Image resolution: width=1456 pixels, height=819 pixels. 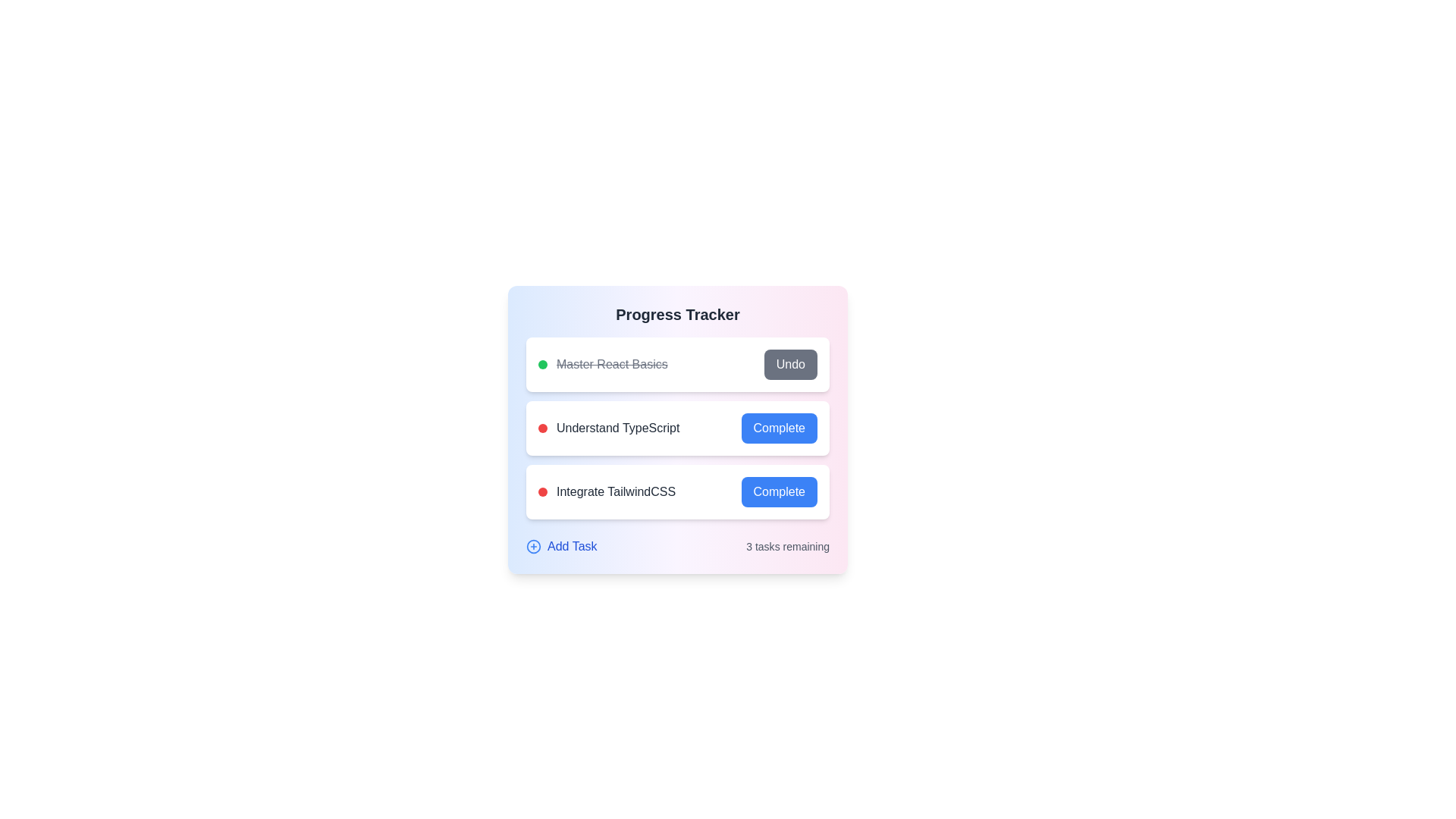 What do you see at coordinates (542, 365) in the screenshot?
I see `the small circular green indicator located to the left of the text 'Master React Basics' in the top entry of the list` at bounding box center [542, 365].